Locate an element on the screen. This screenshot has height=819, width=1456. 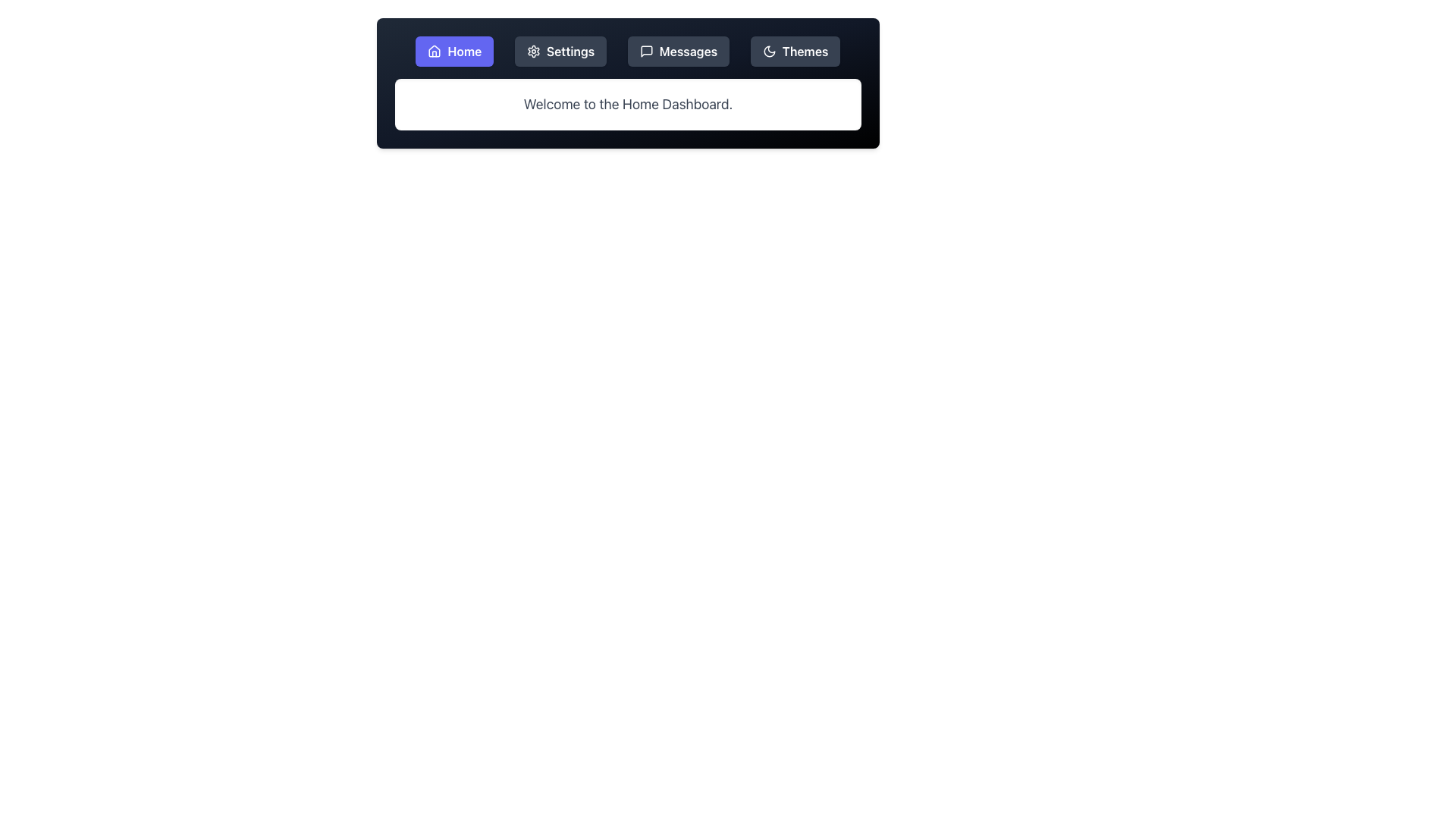
the 'Themes' text label, which is displayed in bold white font on a dark background in the top-right corner of the navigation bar is located at coordinates (805, 51).